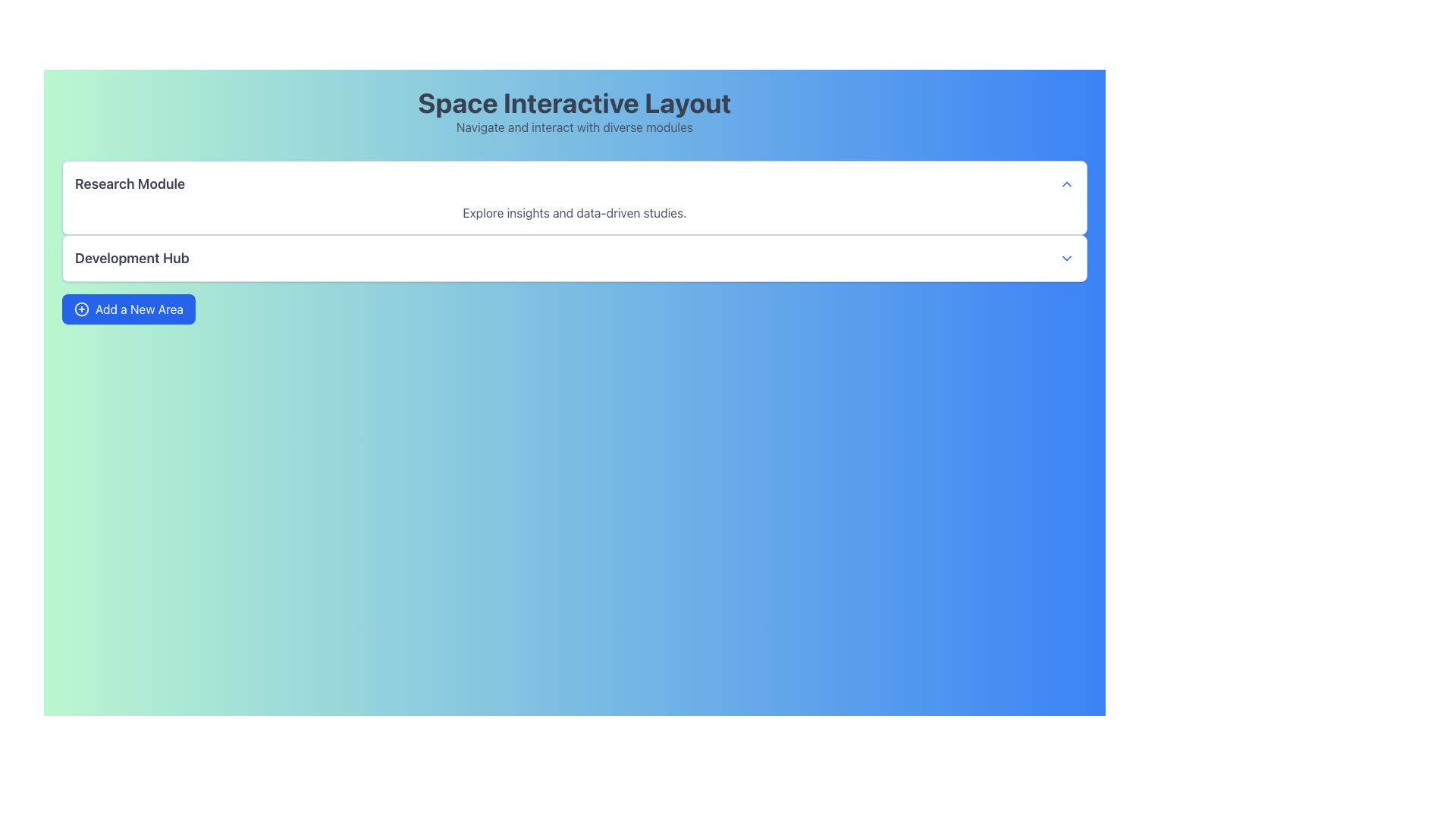  I want to click on the icon associated with the 'Add a New Area' button, so click(81, 309).